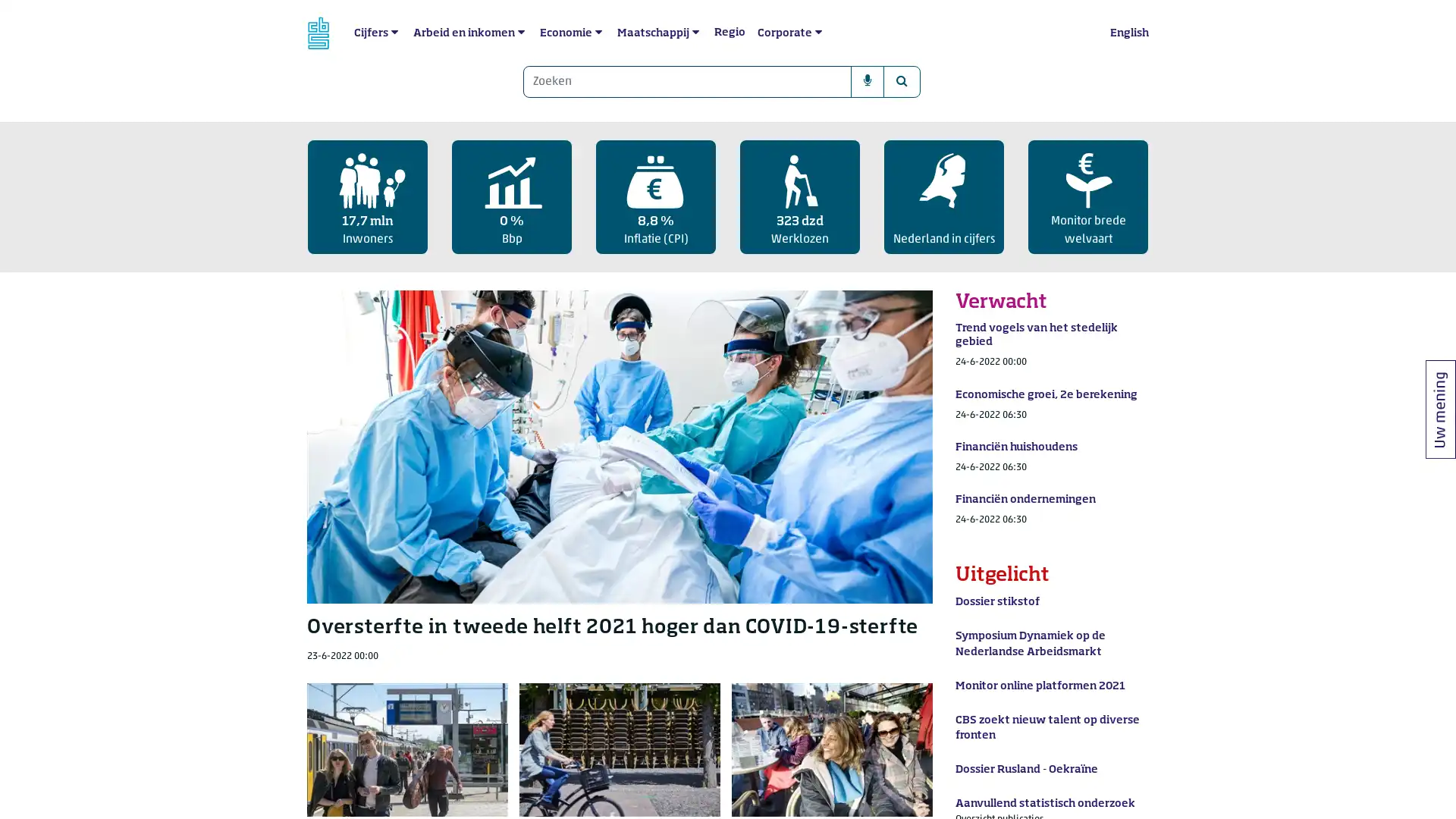 The height and width of the screenshot is (819, 1456). Describe the element at coordinates (902, 82) in the screenshot. I see `Zoeken` at that location.